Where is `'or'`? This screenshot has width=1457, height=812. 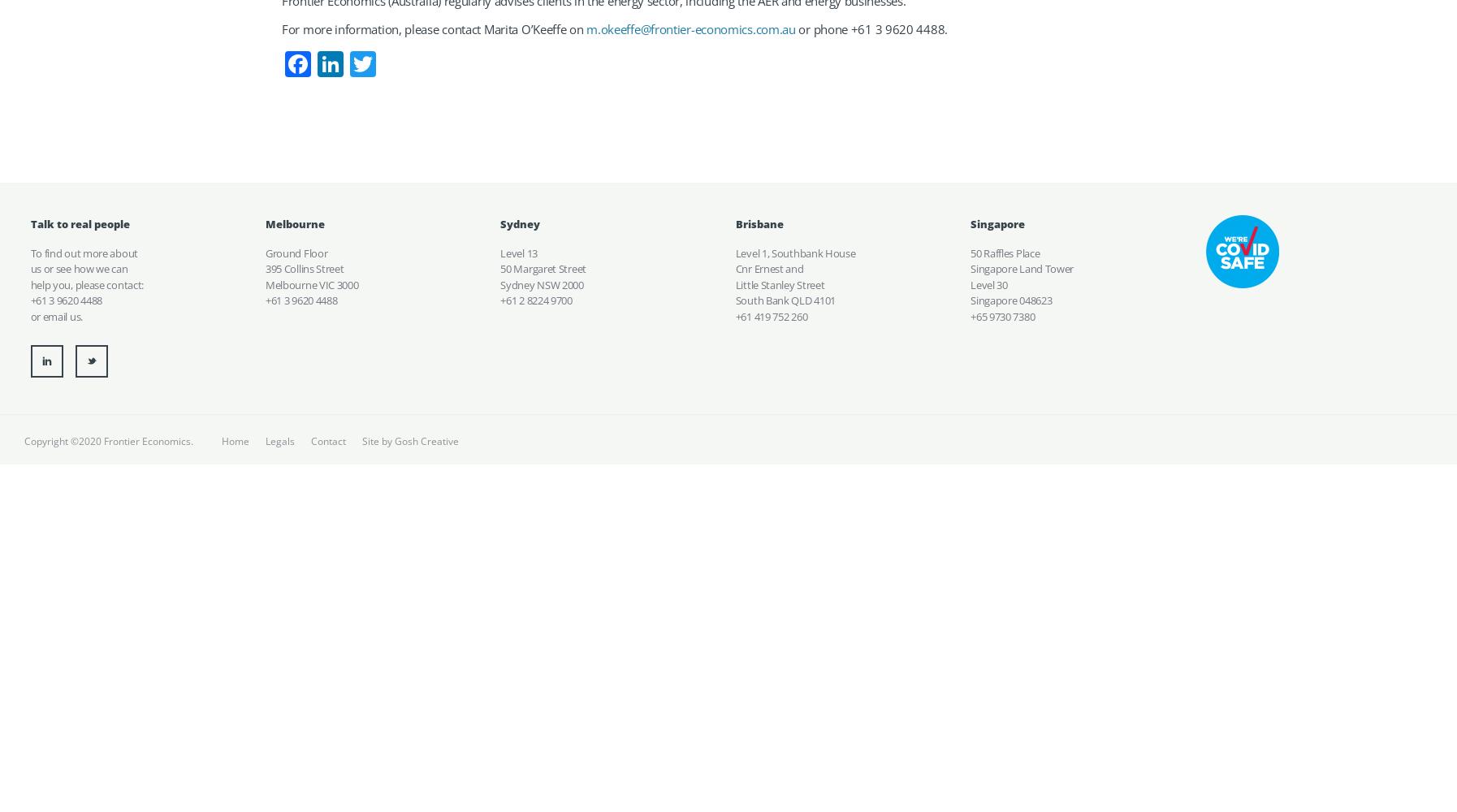 'or' is located at coordinates (35, 316).